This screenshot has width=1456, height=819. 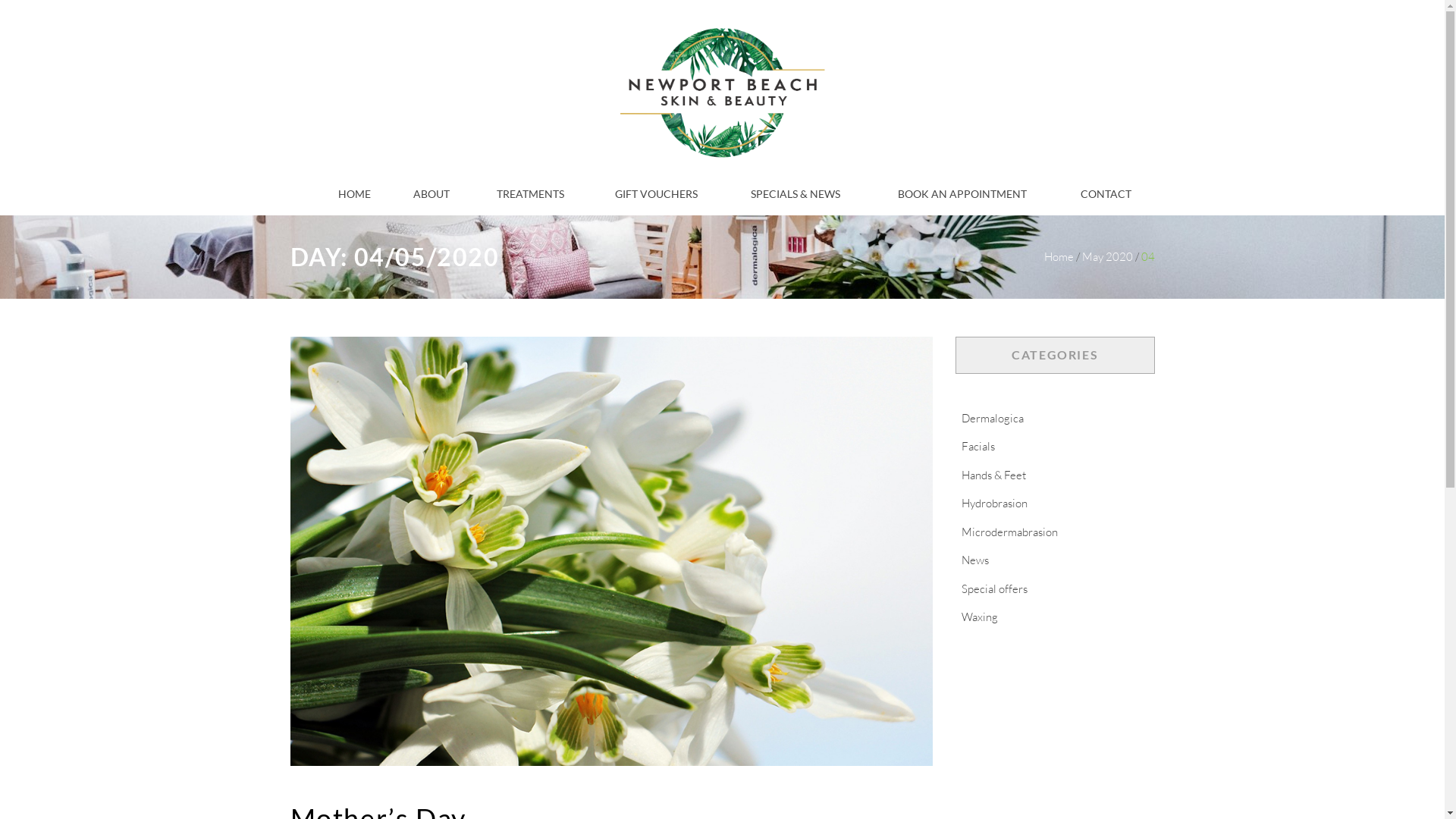 I want to click on 'May 2020', so click(x=1080, y=256).